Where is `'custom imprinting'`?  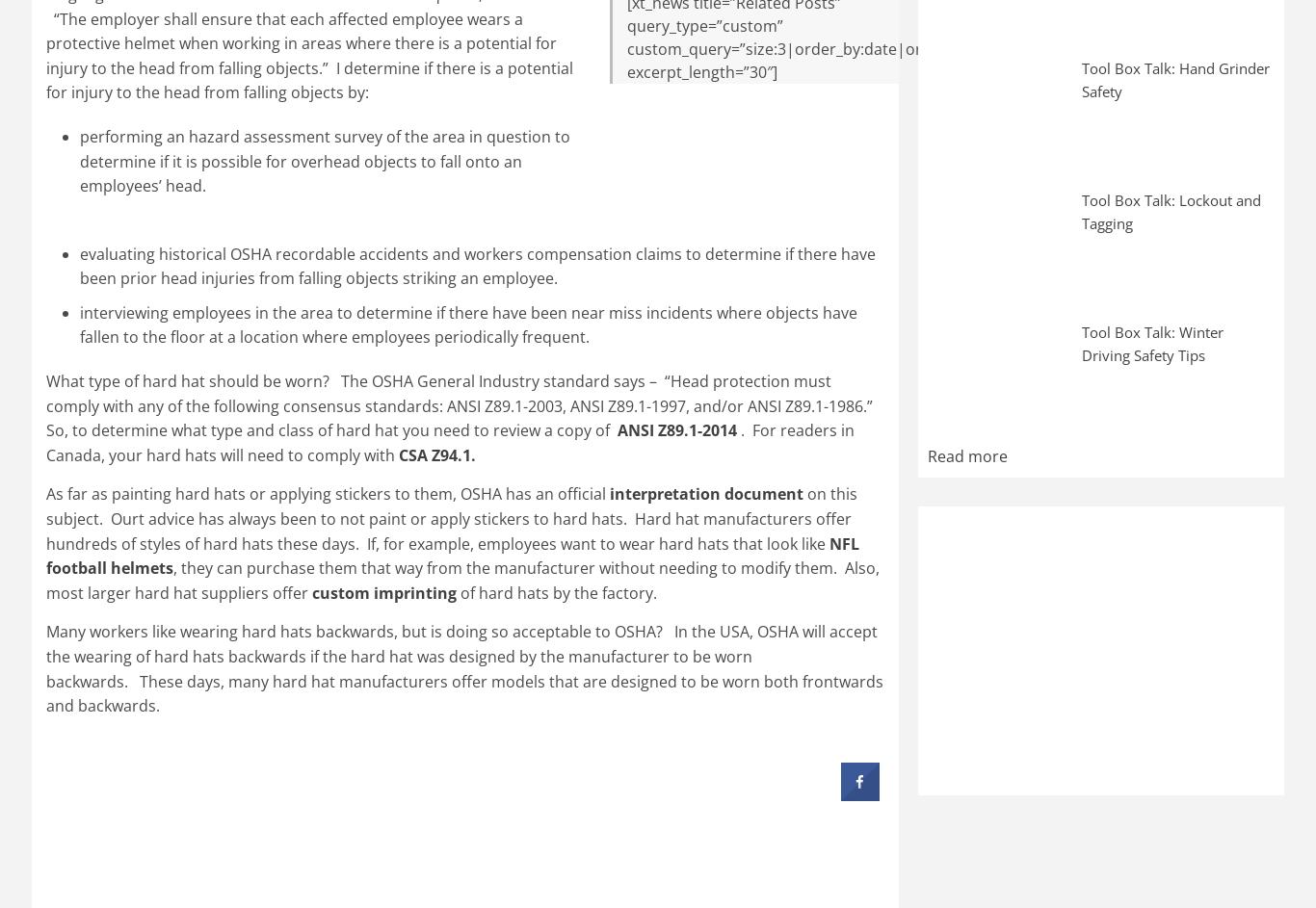 'custom imprinting' is located at coordinates (383, 591).